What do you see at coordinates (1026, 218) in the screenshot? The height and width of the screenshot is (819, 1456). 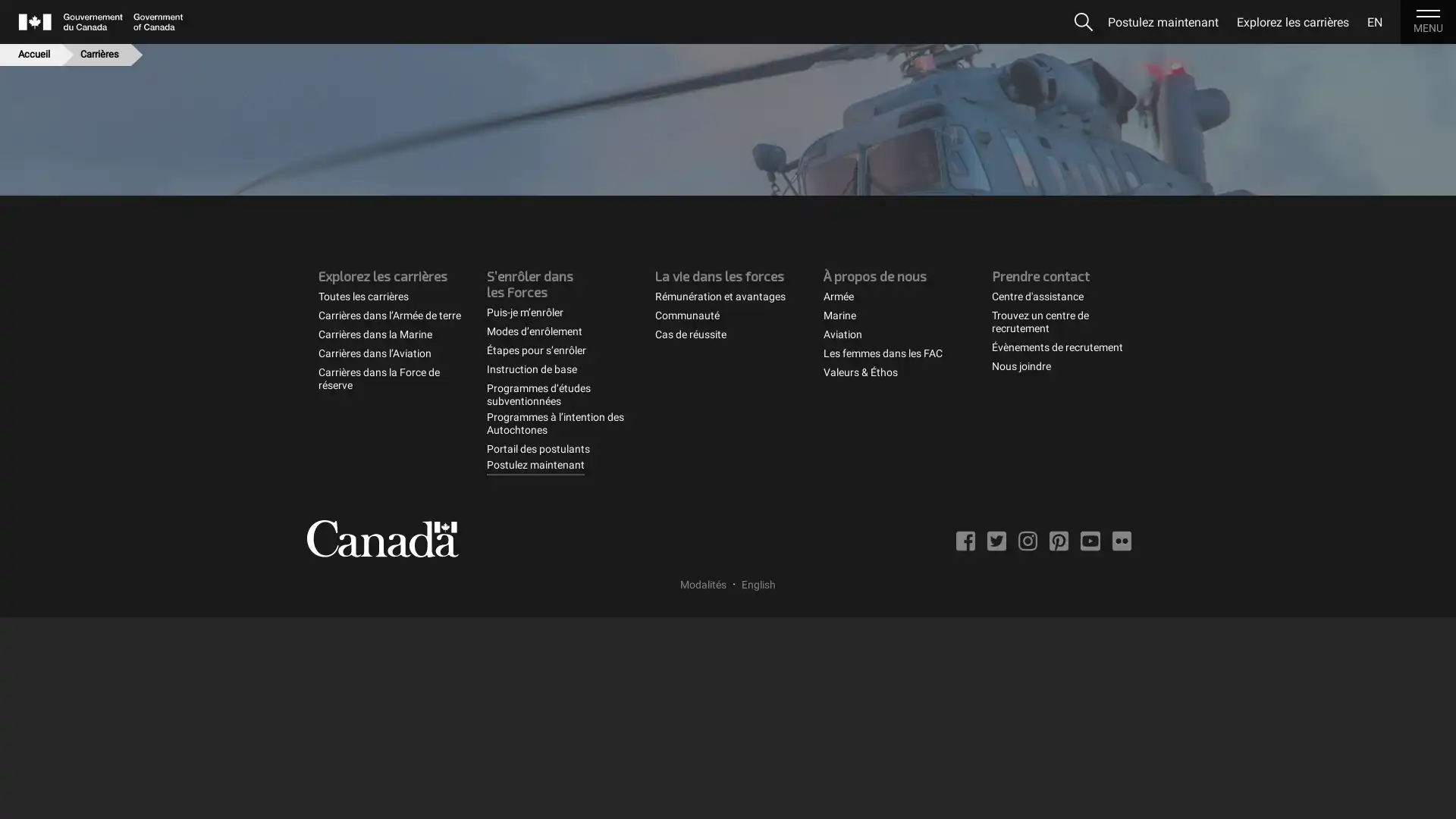 I see `FILTRE - CARRIERES` at bounding box center [1026, 218].